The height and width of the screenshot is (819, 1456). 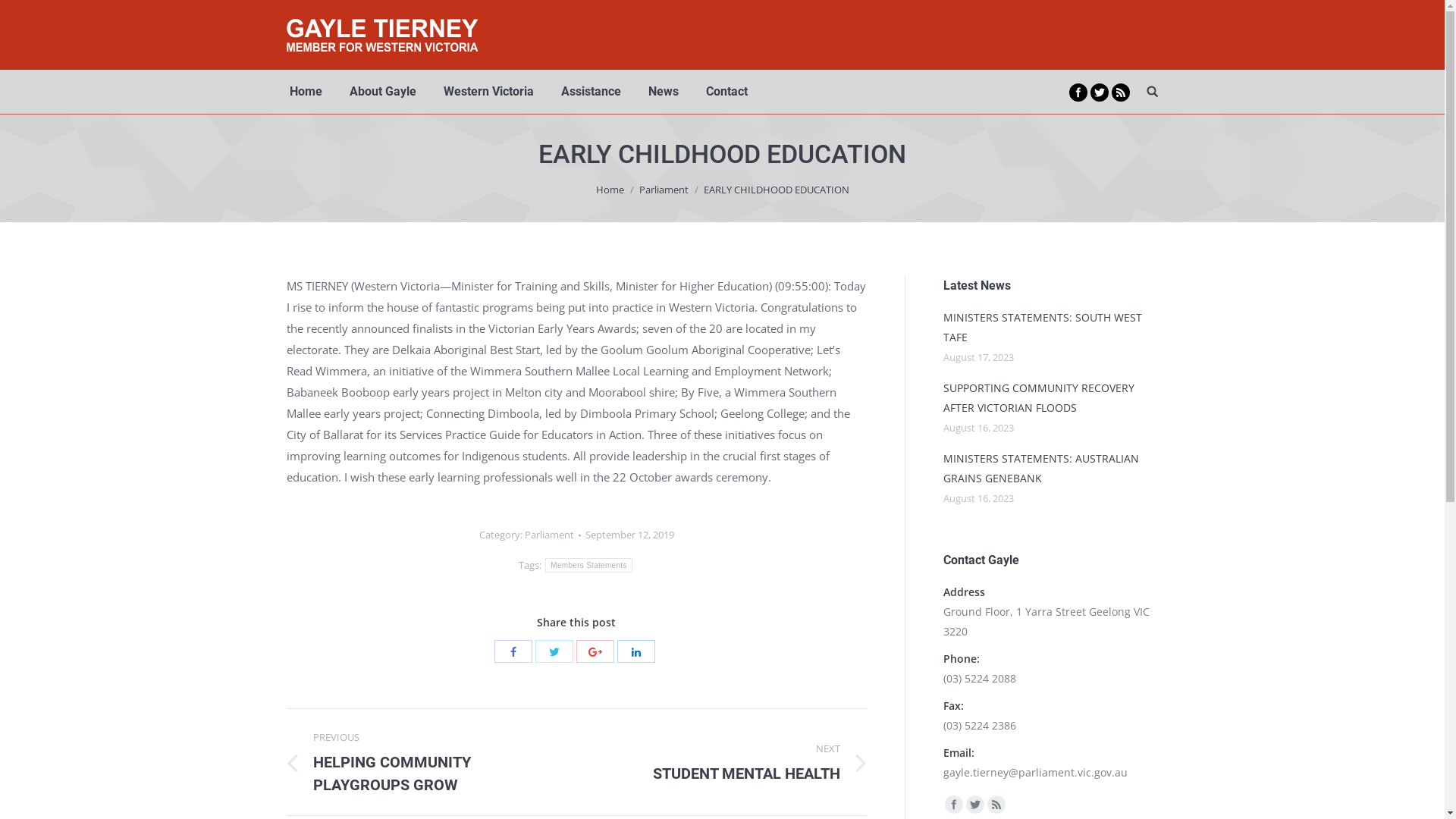 What do you see at coordinates (701, 91) in the screenshot?
I see `'Contact'` at bounding box center [701, 91].